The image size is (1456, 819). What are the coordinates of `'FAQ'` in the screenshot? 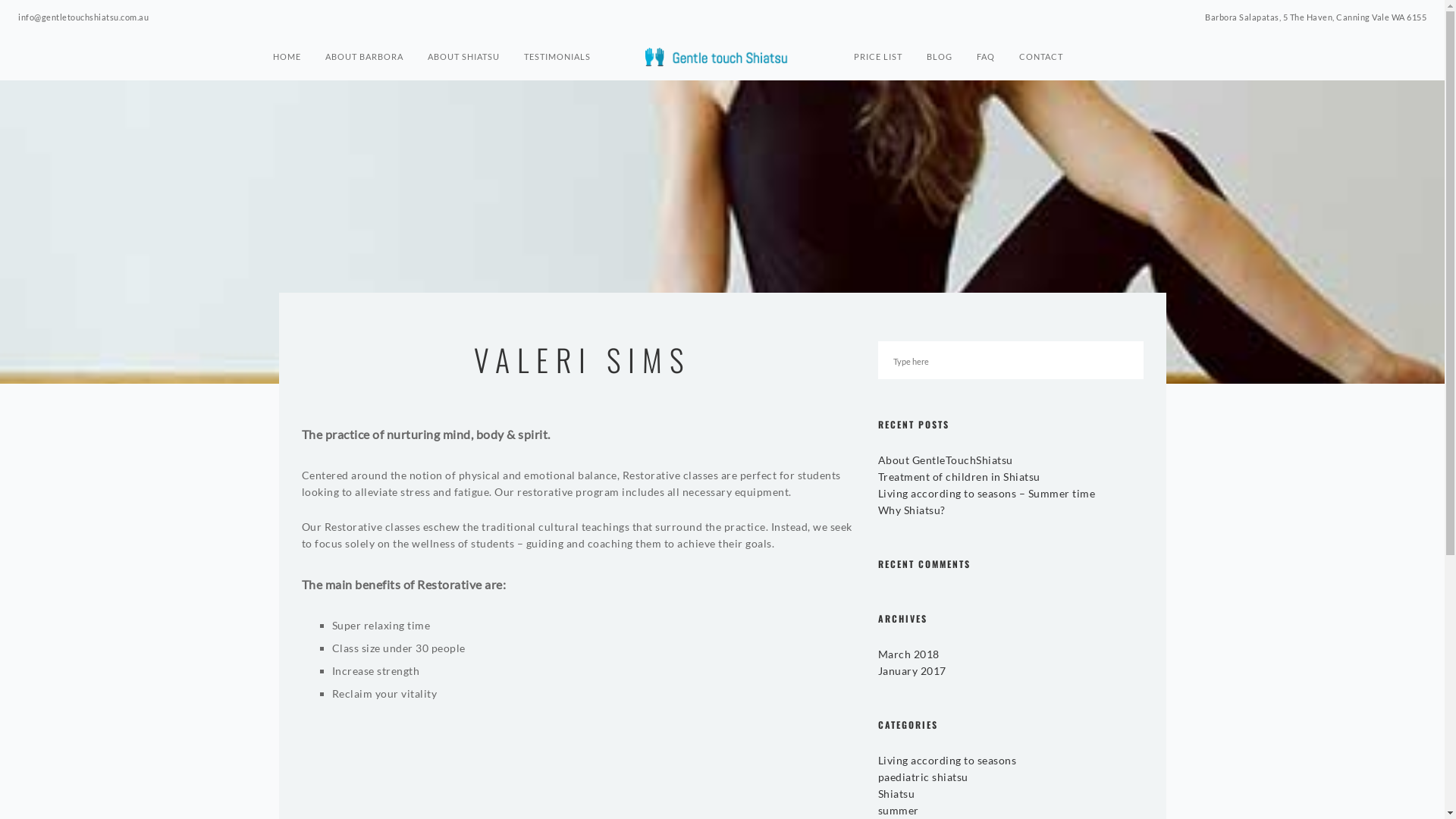 It's located at (986, 57).